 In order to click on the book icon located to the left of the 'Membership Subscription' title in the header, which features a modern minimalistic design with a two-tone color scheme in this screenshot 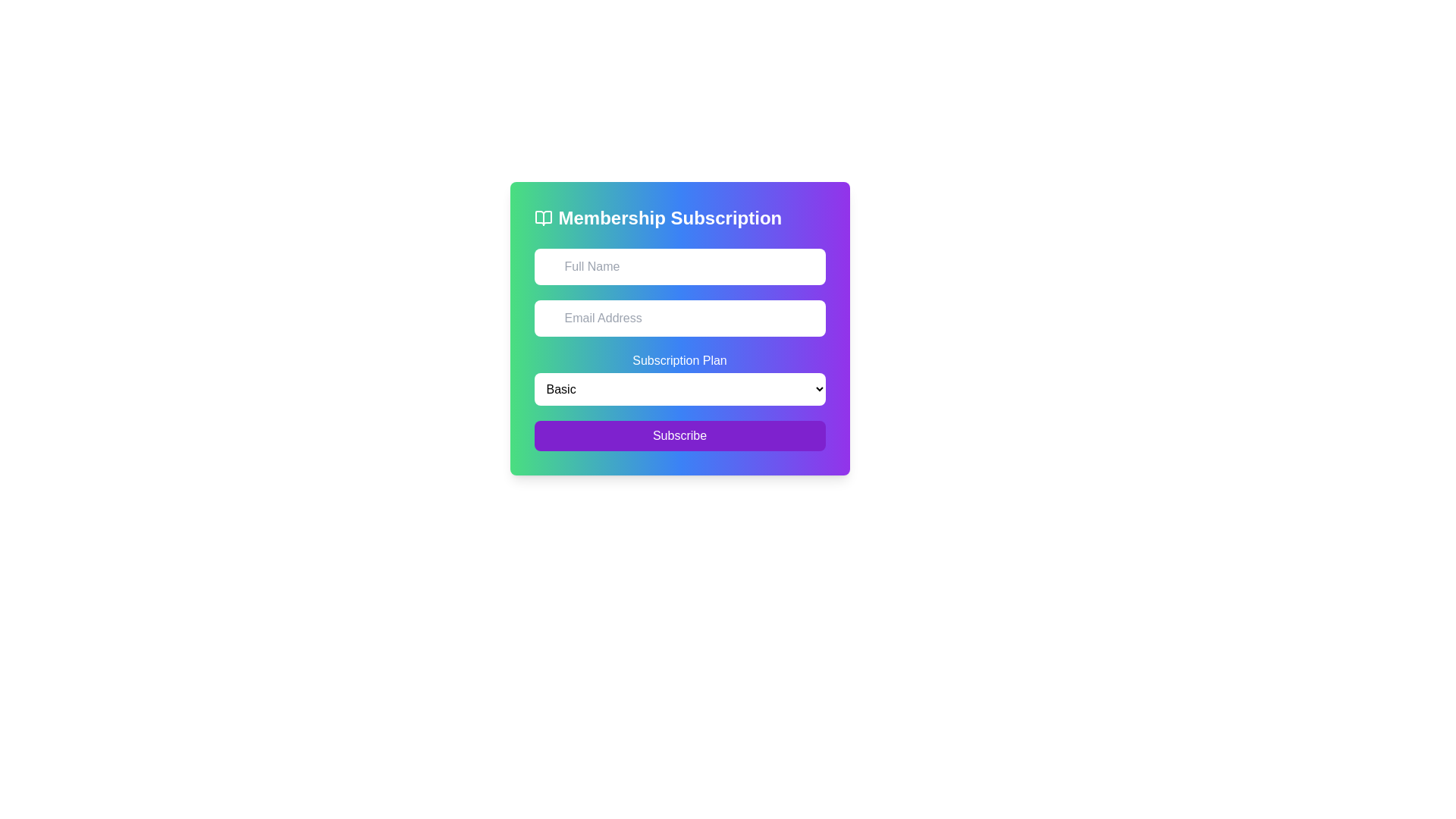, I will do `click(543, 218)`.